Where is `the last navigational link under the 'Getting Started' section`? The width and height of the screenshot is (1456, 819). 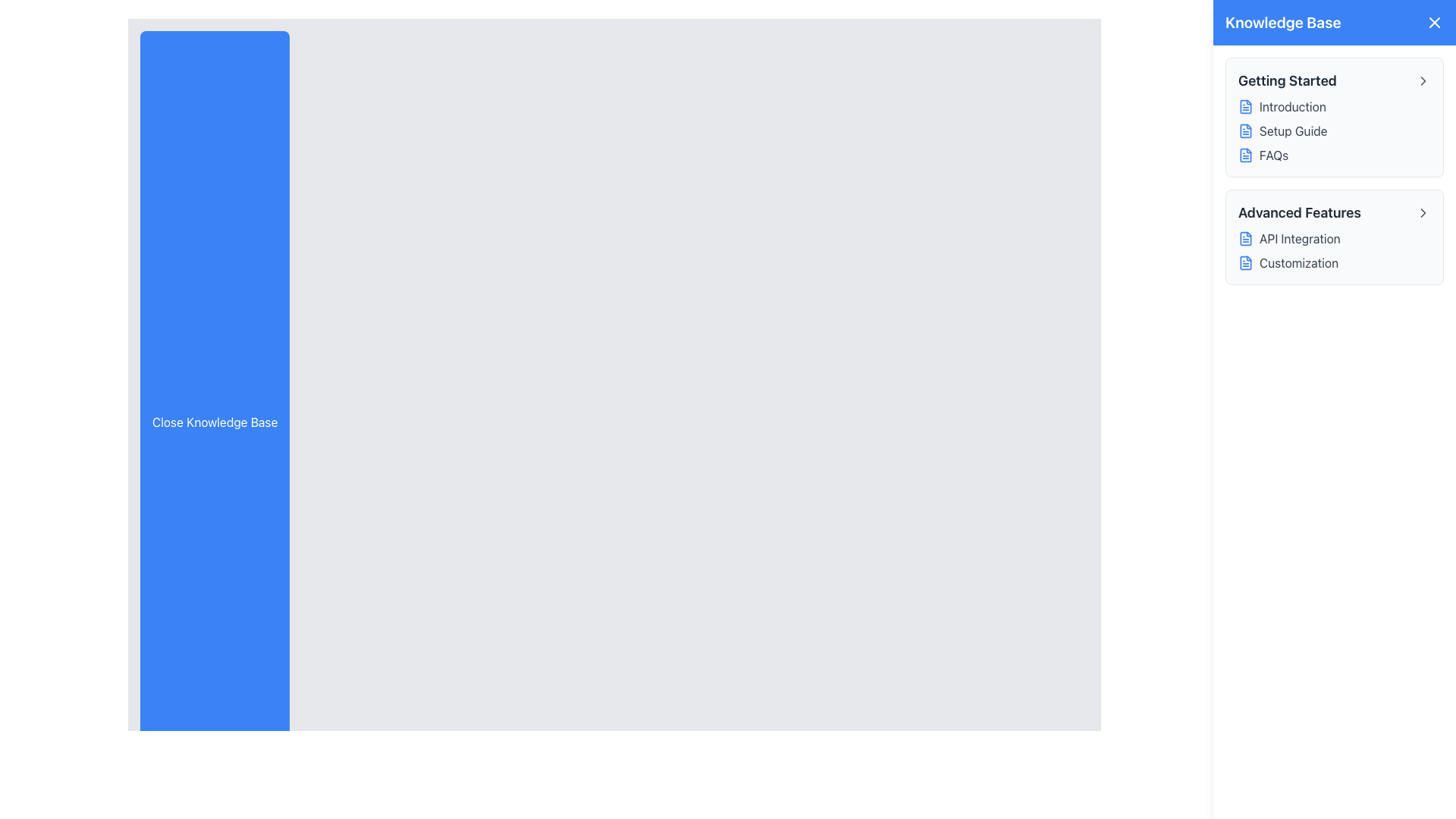
the last navigational link under the 'Getting Started' section is located at coordinates (1335, 155).